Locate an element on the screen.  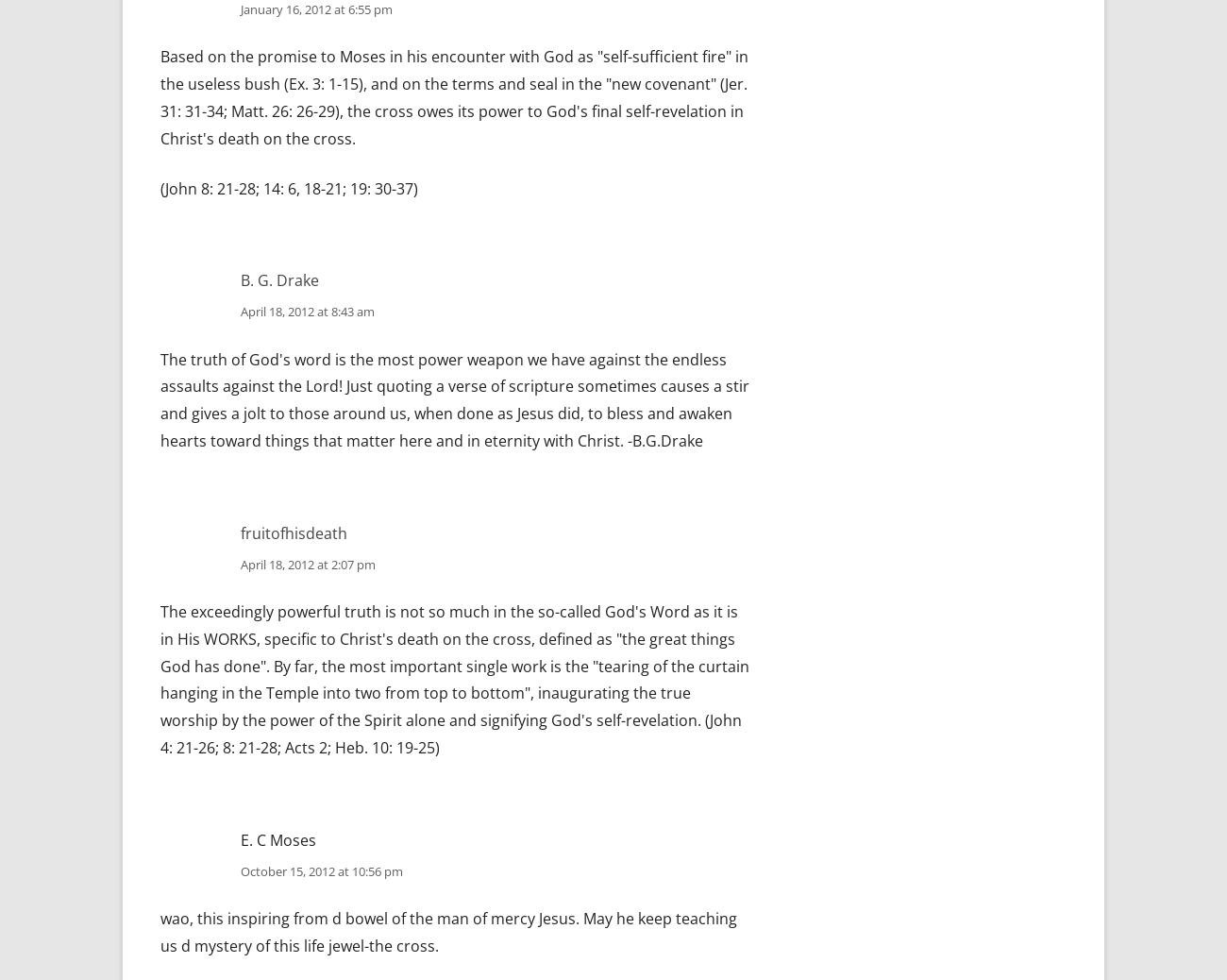
'fruitofhisdeath' is located at coordinates (294, 532).